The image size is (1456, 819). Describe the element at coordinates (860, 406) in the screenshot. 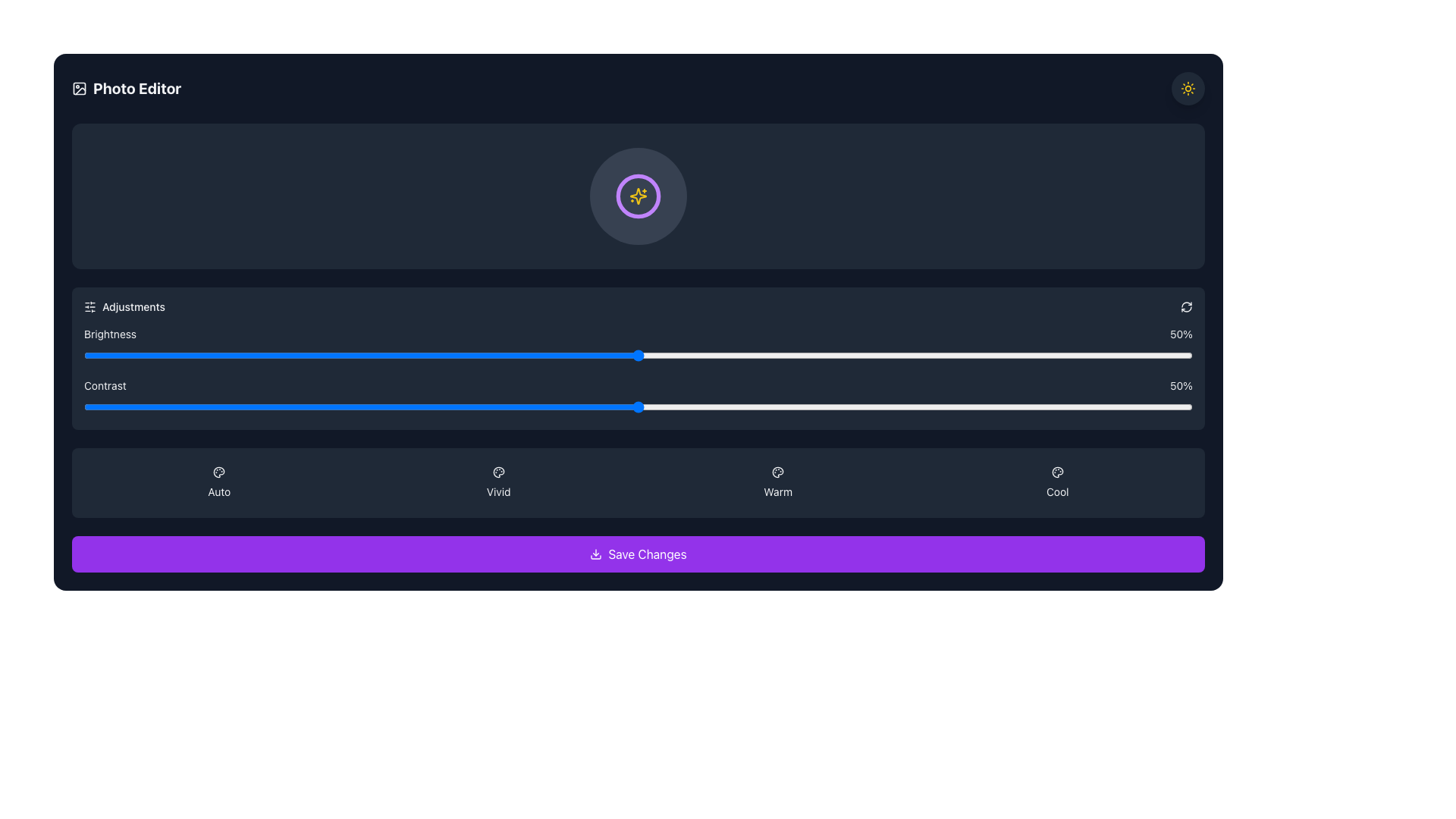

I see `contrast` at that location.